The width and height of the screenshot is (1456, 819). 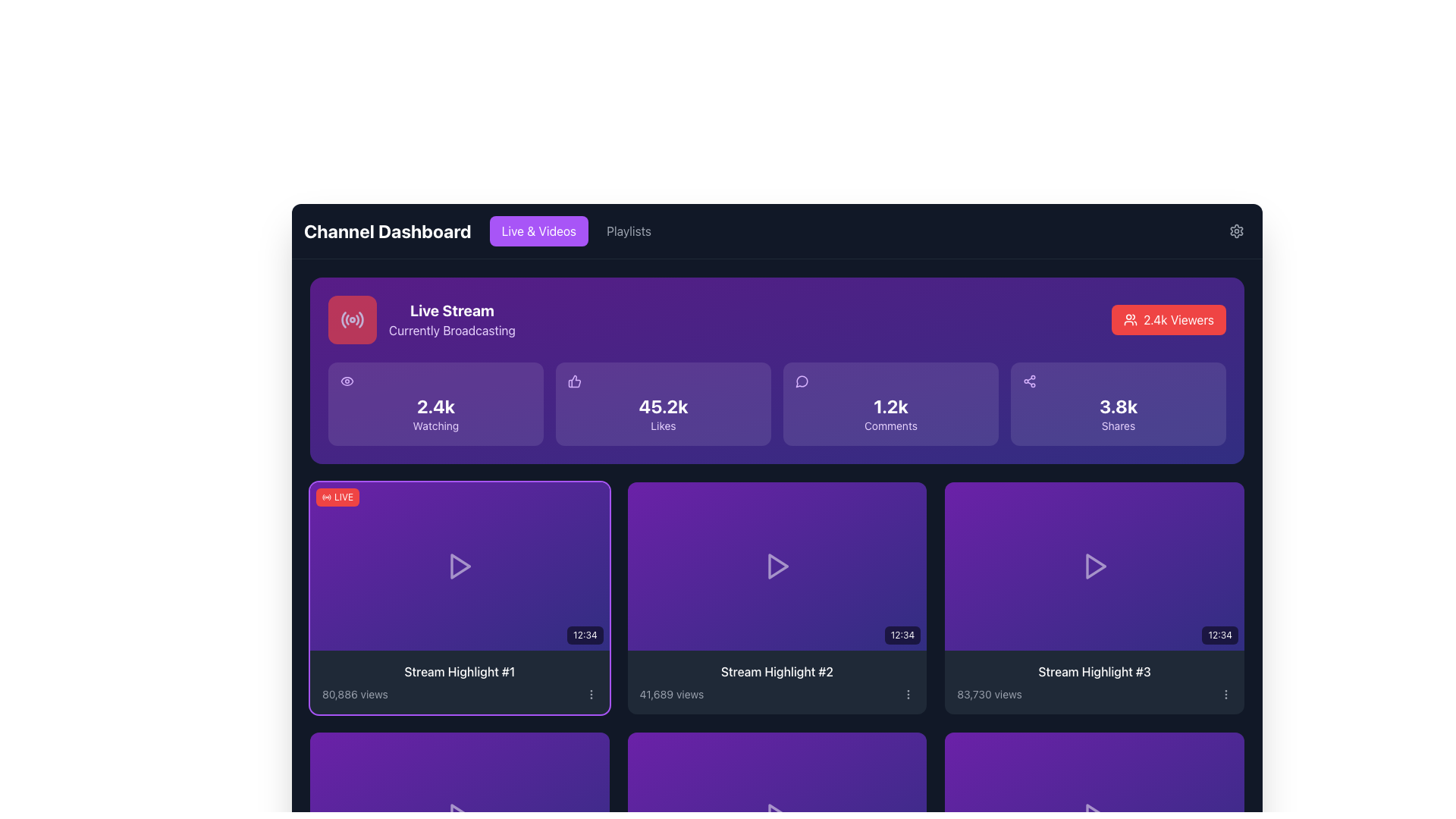 I want to click on the small purple eye icon located on the left side of the upper interface, so click(x=346, y=380).